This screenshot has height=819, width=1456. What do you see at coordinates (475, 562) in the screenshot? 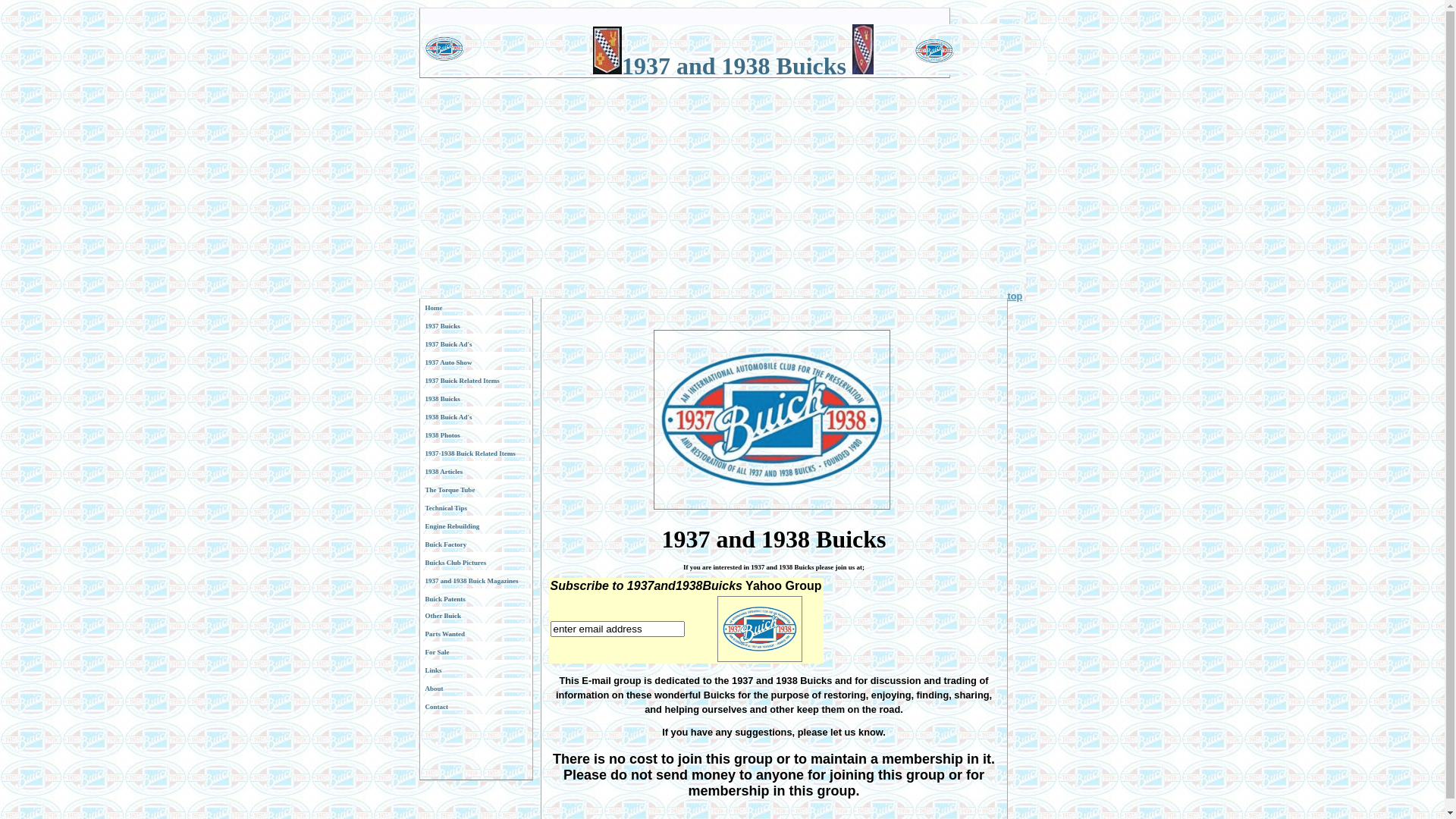
I see `'Buicks Club Pictures'` at bounding box center [475, 562].